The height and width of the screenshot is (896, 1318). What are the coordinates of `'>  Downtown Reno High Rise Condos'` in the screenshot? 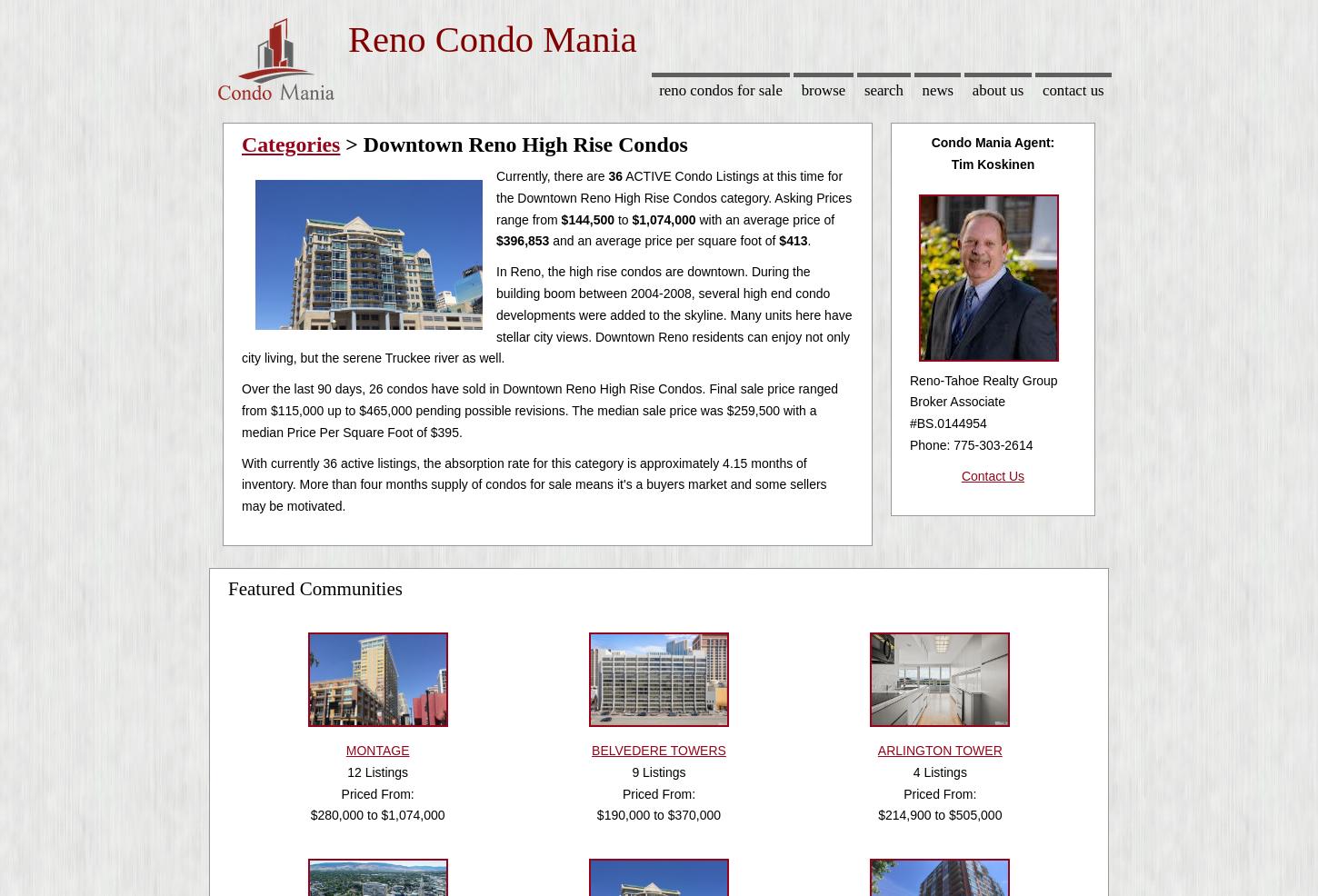 It's located at (514, 144).